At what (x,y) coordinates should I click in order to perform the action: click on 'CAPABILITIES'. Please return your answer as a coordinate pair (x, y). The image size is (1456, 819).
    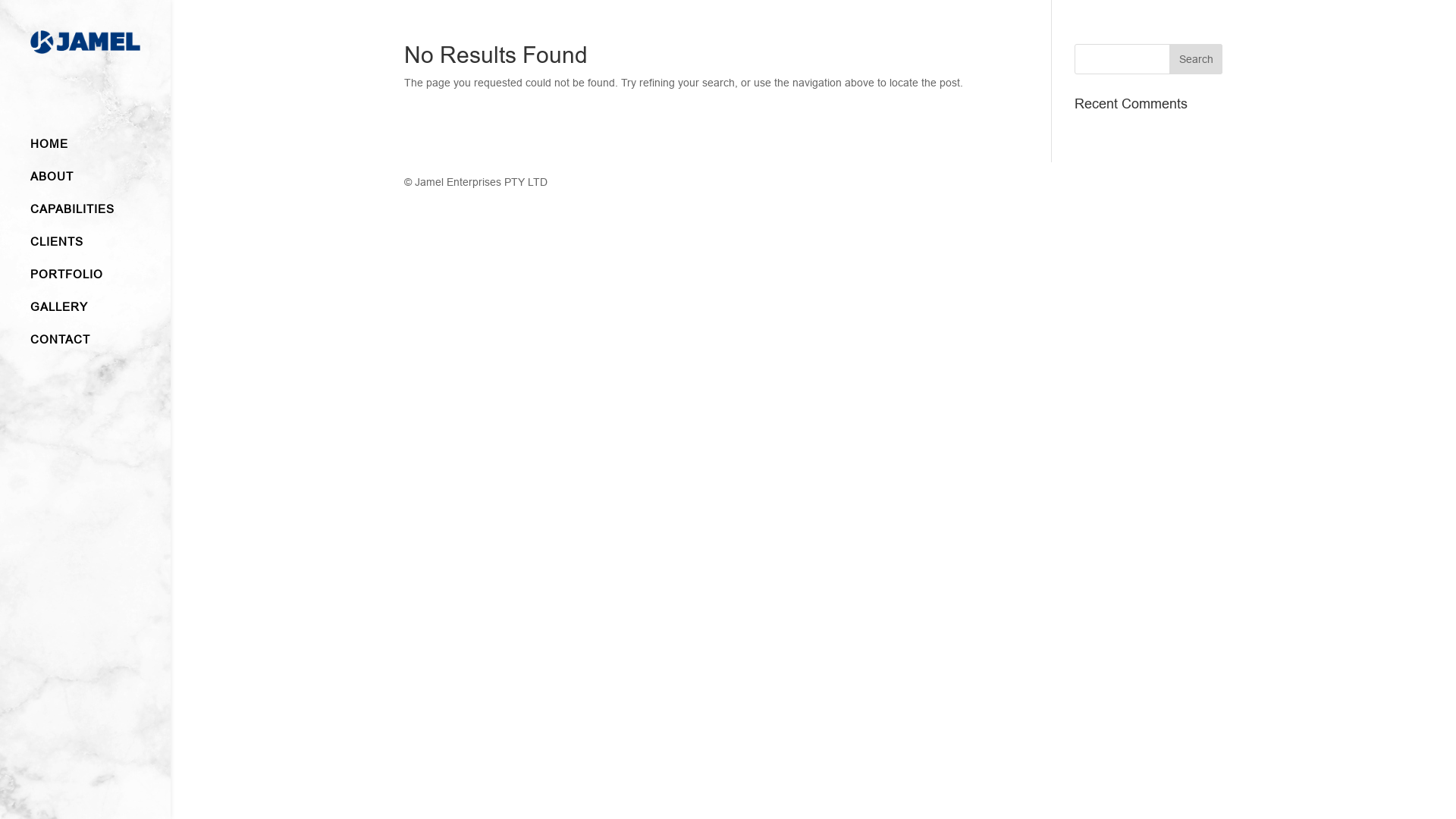
    Looking at the image, I should click on (99, 216).